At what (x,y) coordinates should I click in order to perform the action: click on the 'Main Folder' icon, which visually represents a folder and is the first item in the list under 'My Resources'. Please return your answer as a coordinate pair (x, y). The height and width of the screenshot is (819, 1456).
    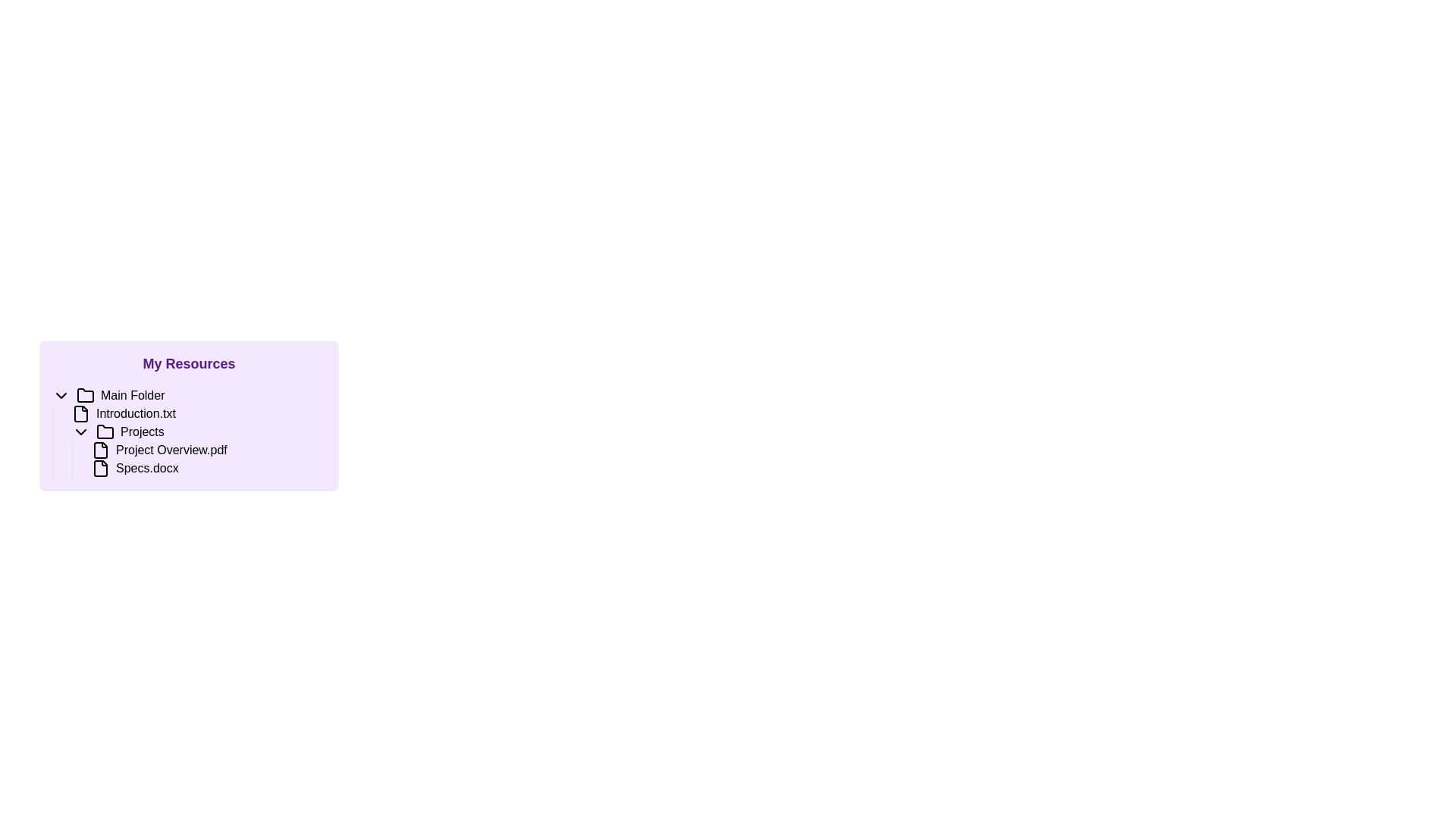
    Looking at the image, I should click on (85, 394).